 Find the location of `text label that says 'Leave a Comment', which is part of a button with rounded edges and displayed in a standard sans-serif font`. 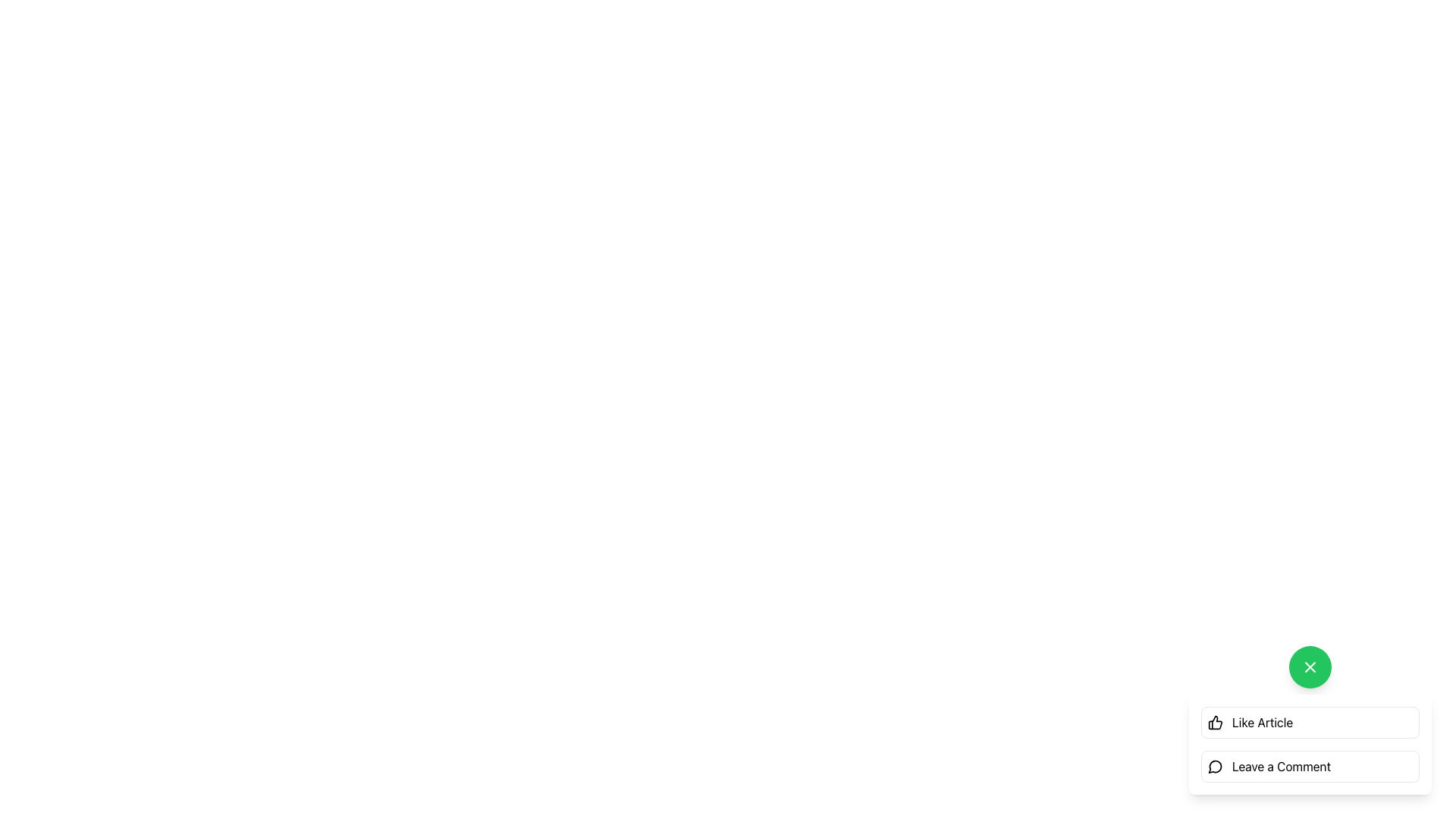

text label that says 'Leave a Comment', which is part of a button with rounded edges and displayed in a standard sans-serif font is located at coordinates (1280, 766).